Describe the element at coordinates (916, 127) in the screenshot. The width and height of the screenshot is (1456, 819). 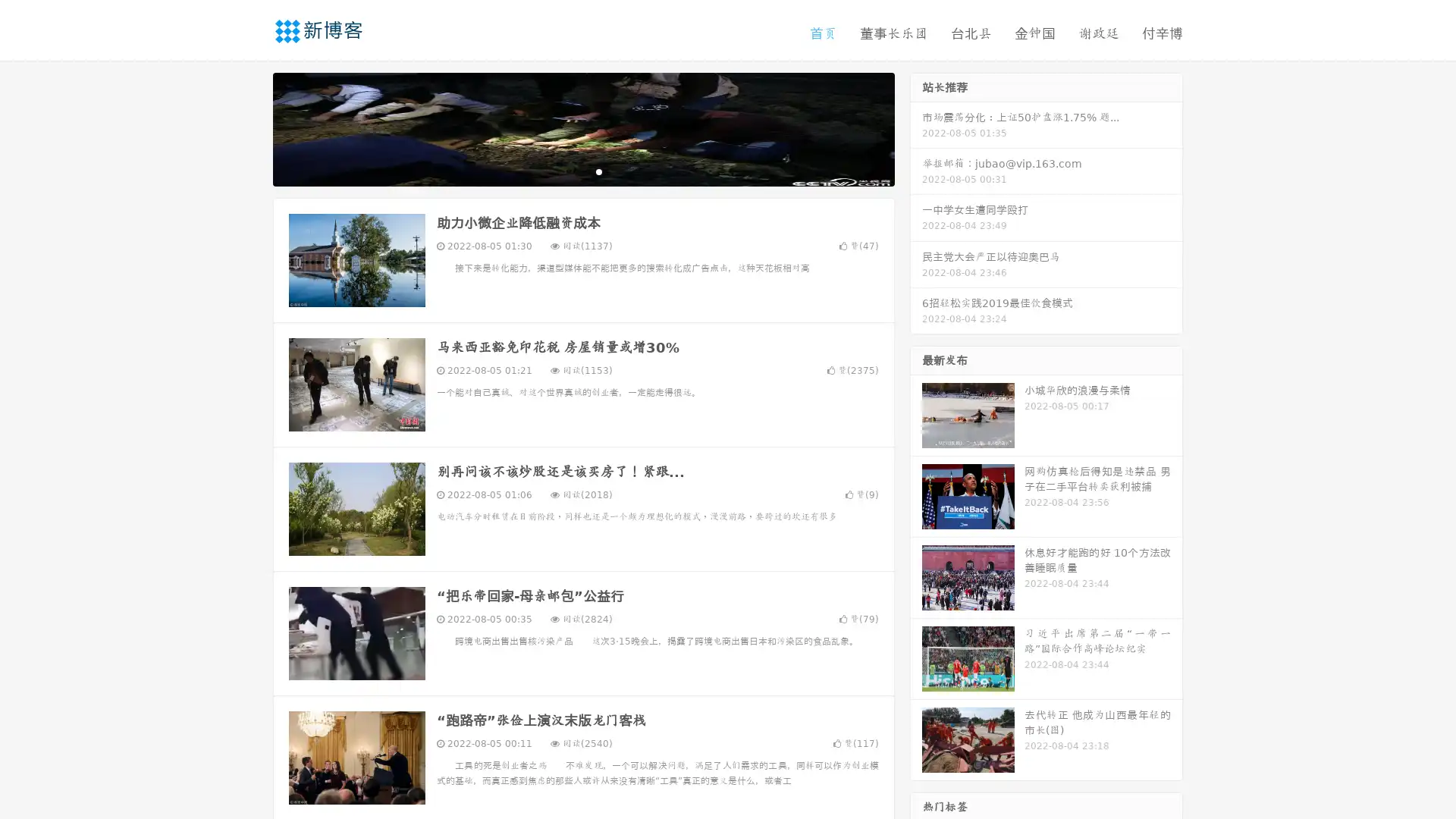
I see `Next slide` at that location.